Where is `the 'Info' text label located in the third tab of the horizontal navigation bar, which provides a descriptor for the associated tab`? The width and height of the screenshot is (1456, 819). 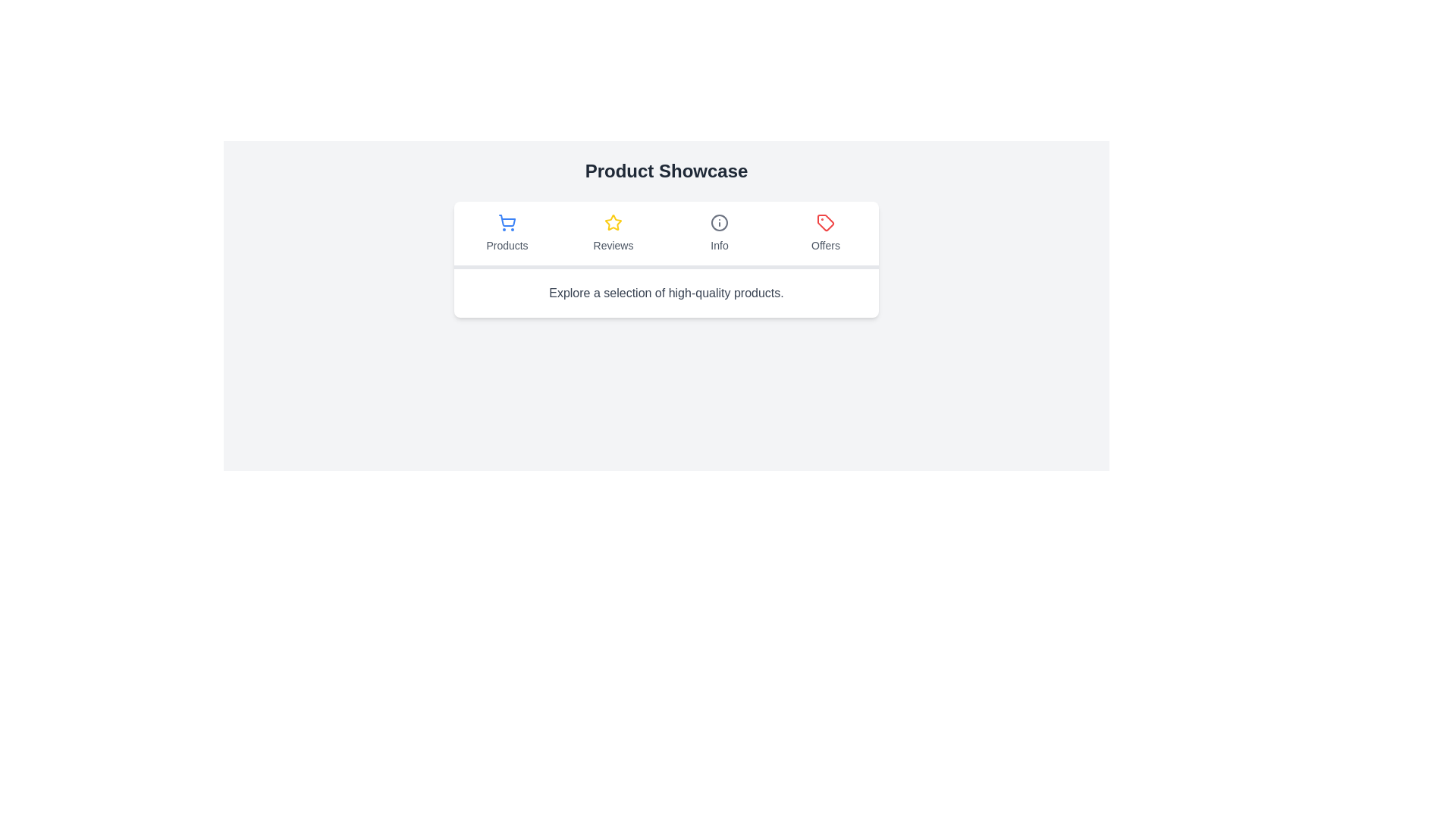 the 'Info' text label located in the third tab of the horizontal navigation bar, which provides a descriptor for the associated tab is located at coordinates (719, 245).